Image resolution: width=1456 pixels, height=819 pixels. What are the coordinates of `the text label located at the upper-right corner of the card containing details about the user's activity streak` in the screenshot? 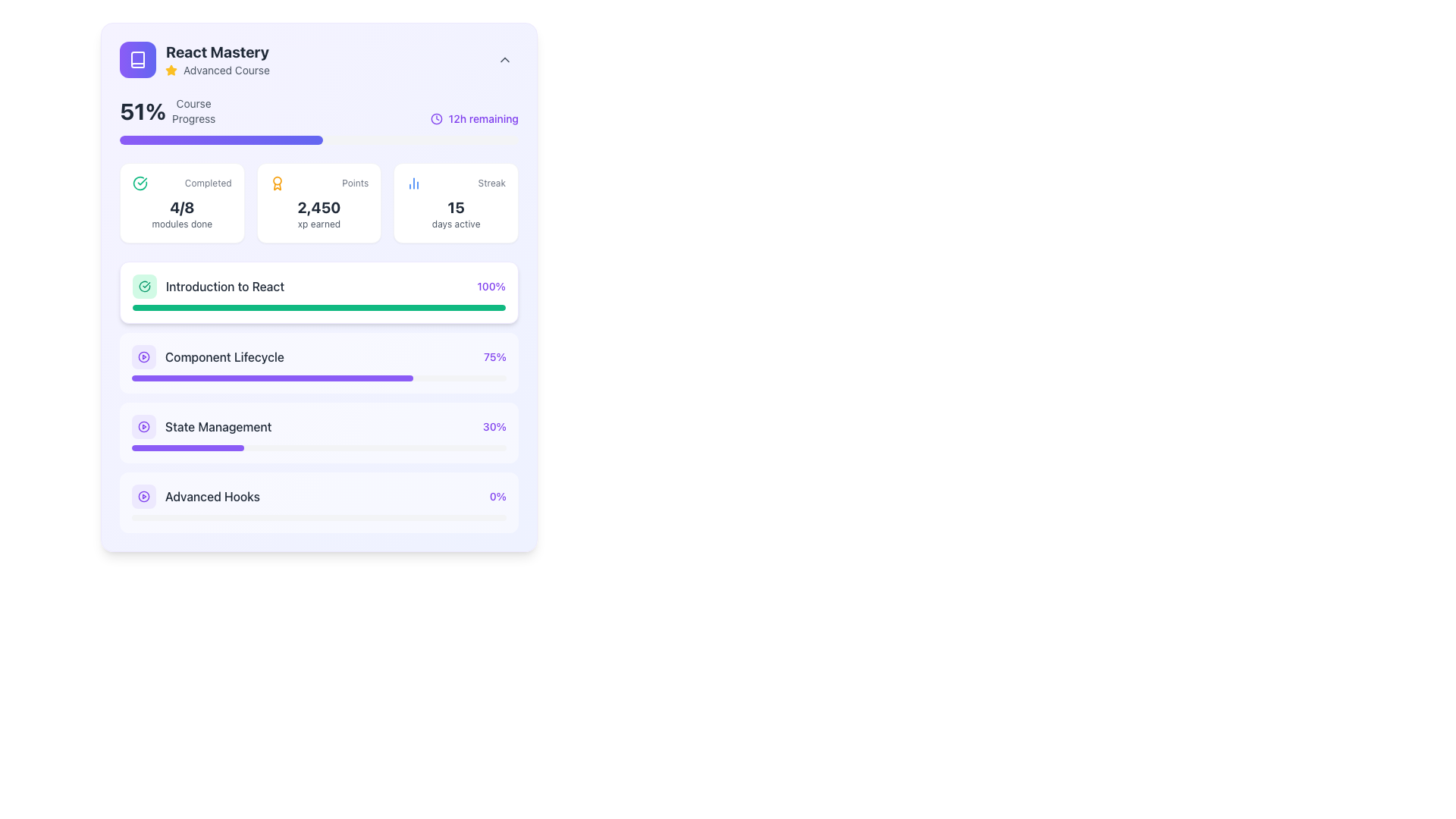 It's located at (491, 183).